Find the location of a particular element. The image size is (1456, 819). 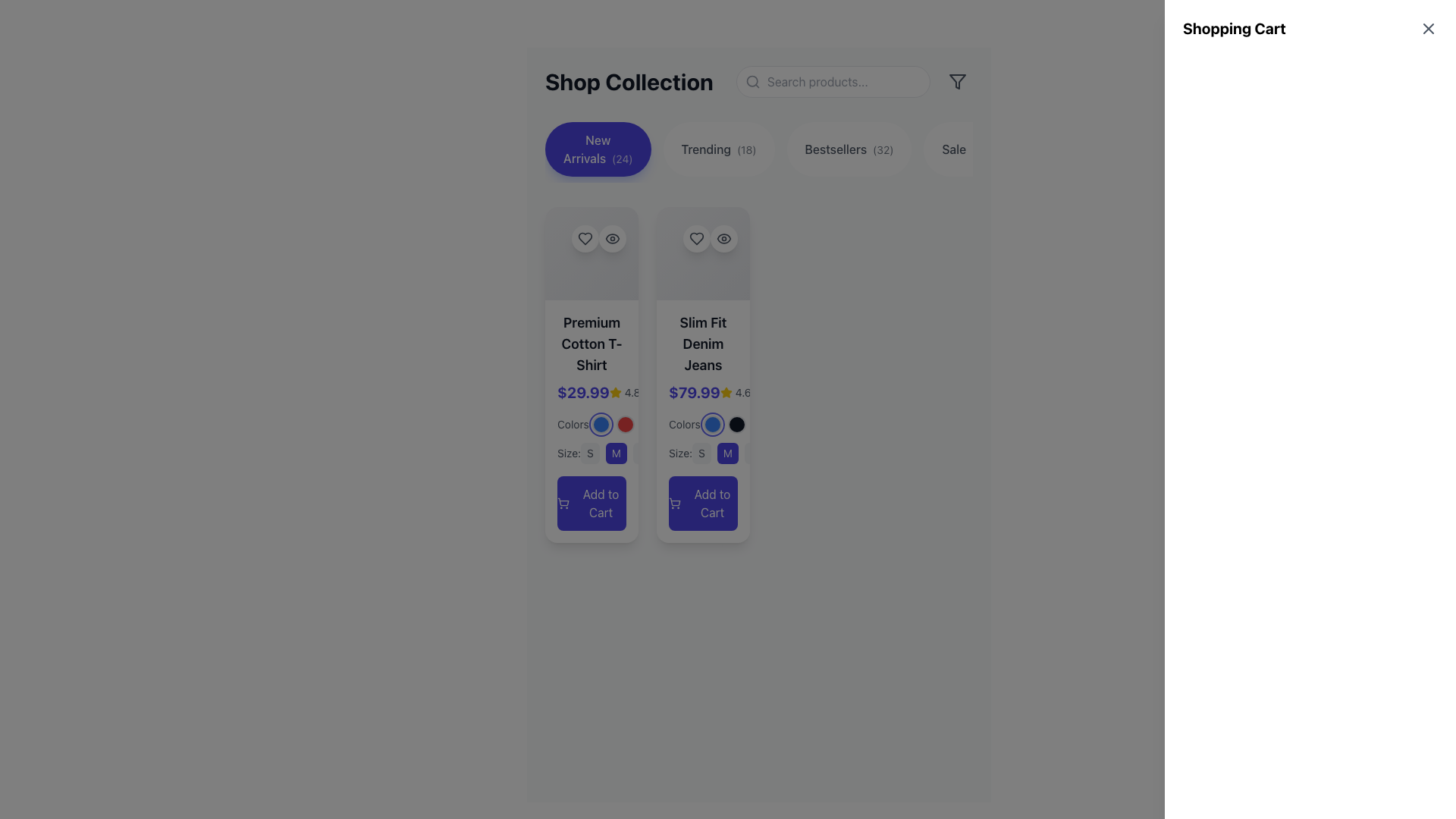

the Rating display showing a rating value of 4.6 next to the price of '$79.99' in the top-right corner of the product card is located at coordinates (736, 391).